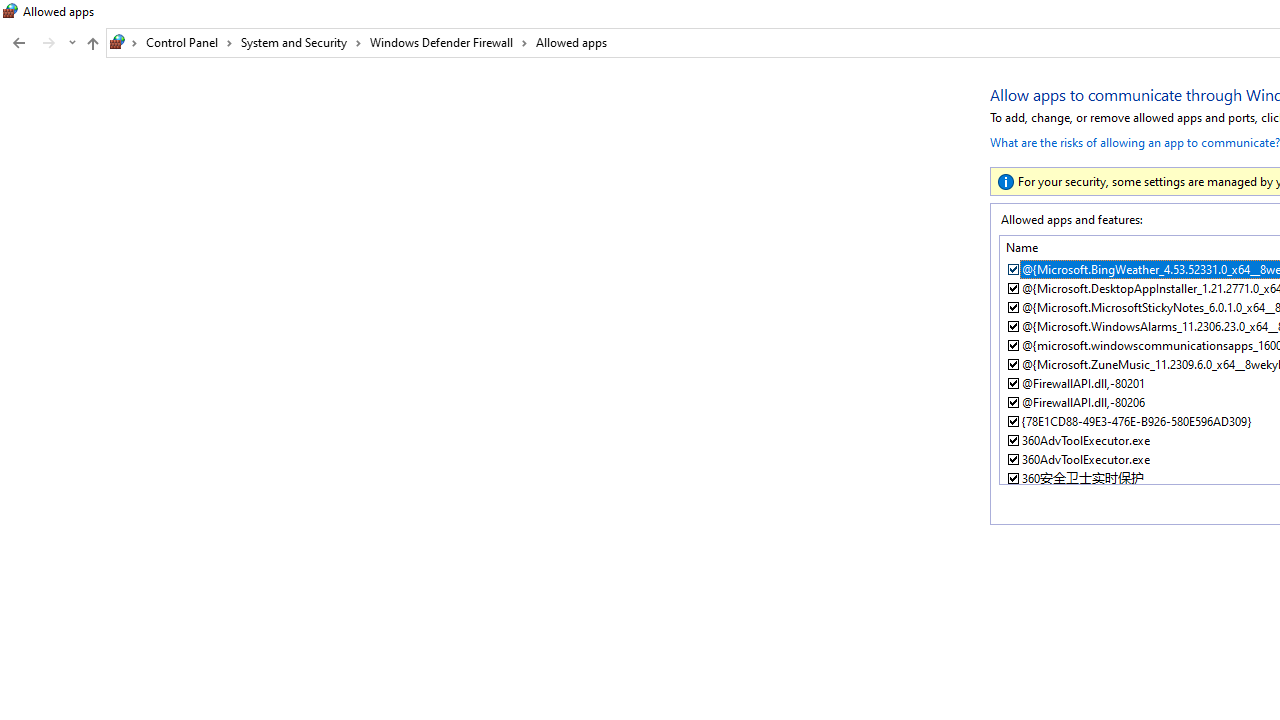 The height and width of the screenshot is (720, 1280). What do you see at coordinates (300, 42) in the screenshot?
I see `'System and Security'` at bounding box center [300, 42].